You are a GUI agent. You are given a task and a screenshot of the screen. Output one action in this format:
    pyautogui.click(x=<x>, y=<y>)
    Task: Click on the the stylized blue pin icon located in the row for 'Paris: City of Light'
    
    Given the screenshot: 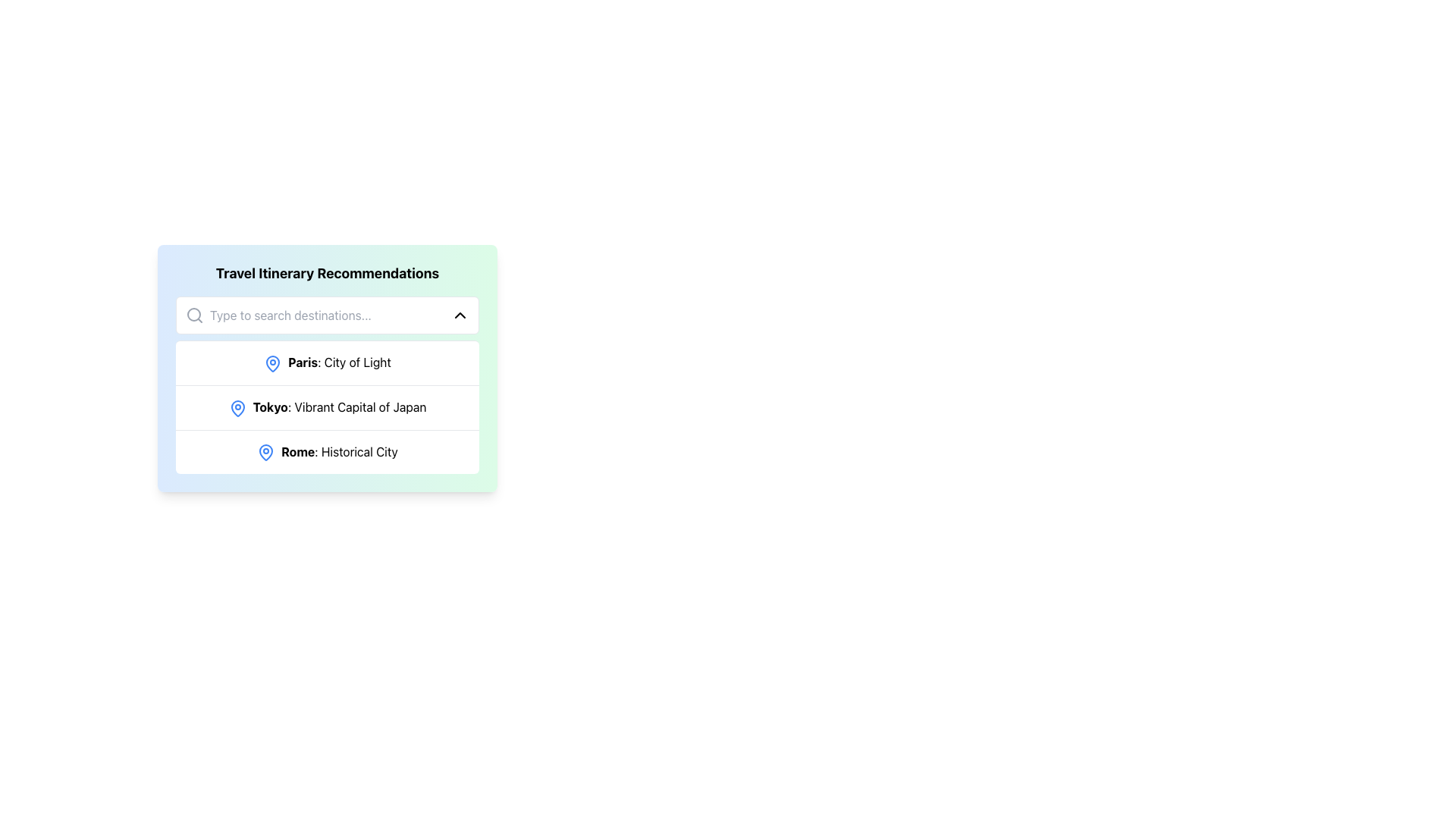 What is the action you would take?
    pyautogui.click(x=237, y=407)
    